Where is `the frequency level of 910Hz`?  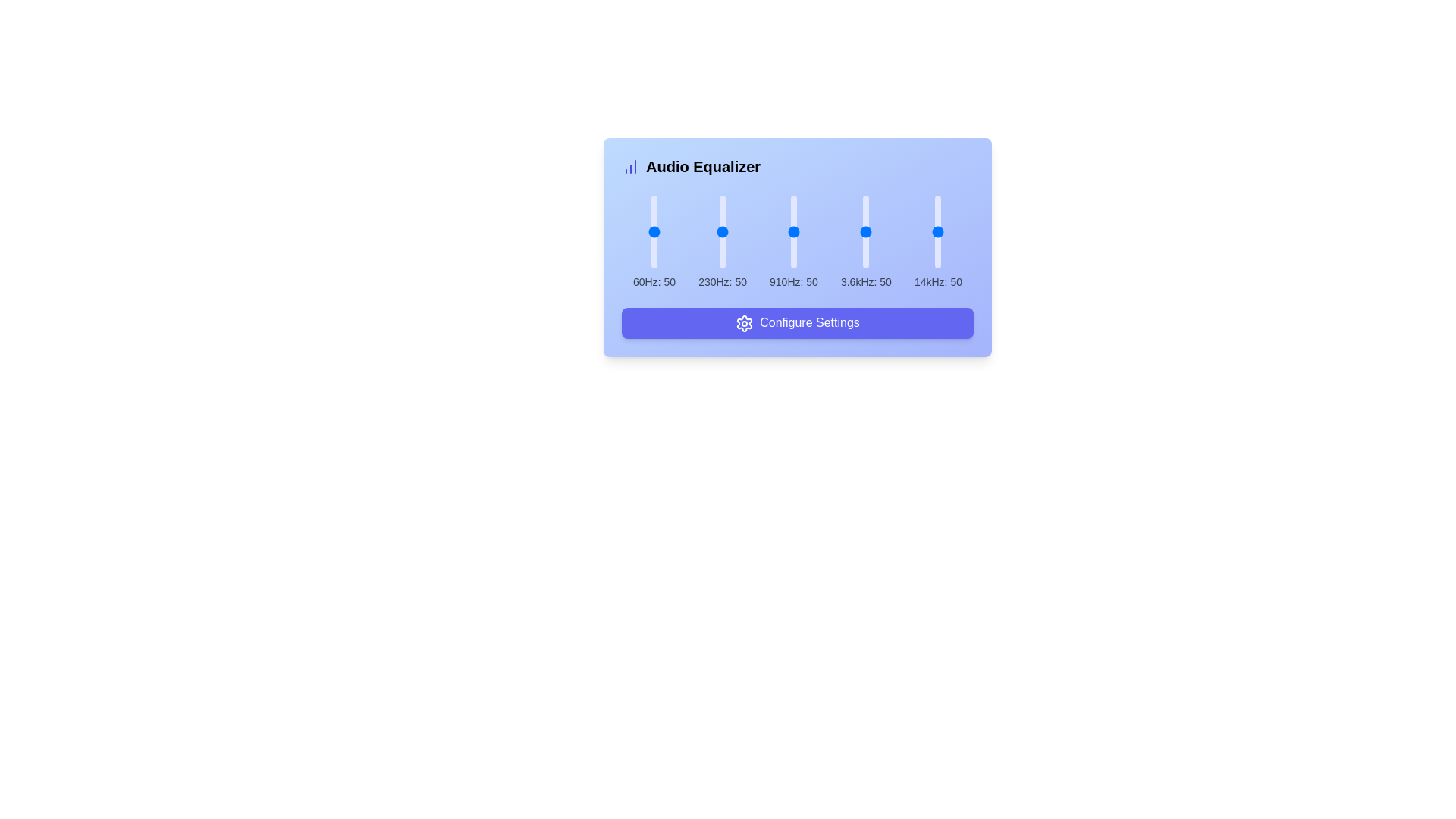
the frequency level of 910Hz is located at coordinates (792, 196).